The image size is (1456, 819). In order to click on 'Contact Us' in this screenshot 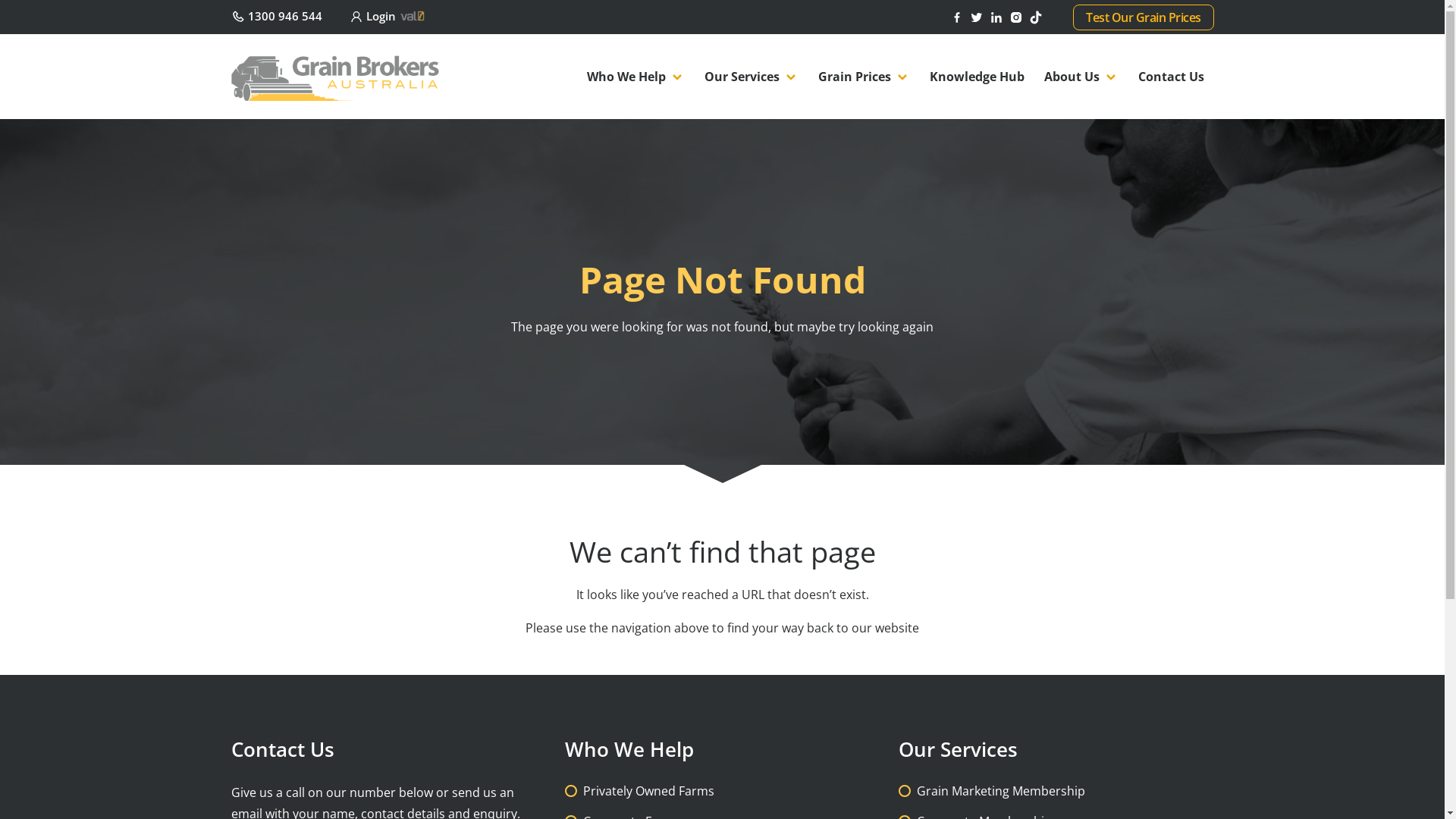, I will do `click(1170, 76)`.